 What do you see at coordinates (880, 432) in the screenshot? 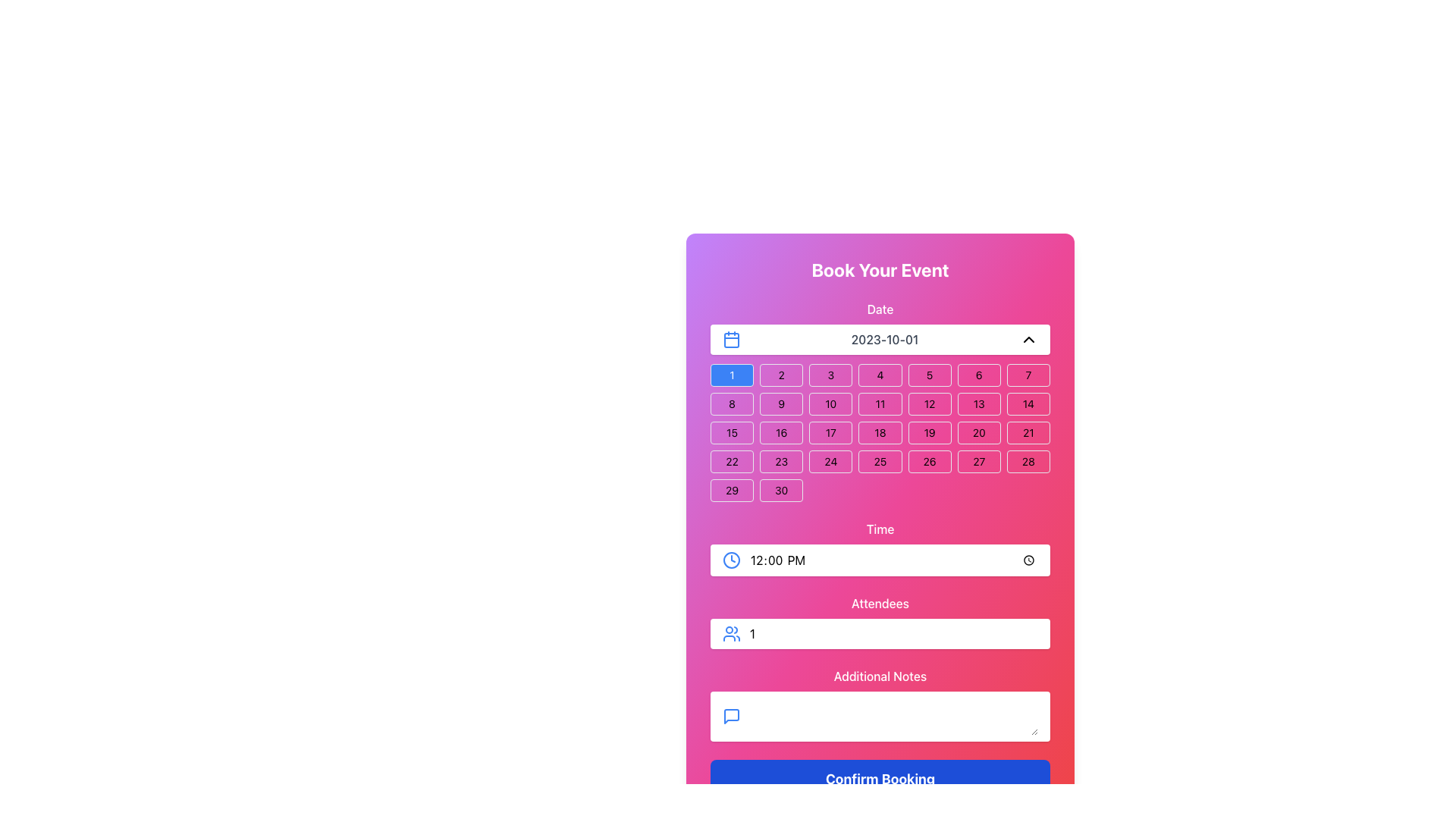
I see `the button representing the date '18' in the calendar` at bounding box center [880, 432].